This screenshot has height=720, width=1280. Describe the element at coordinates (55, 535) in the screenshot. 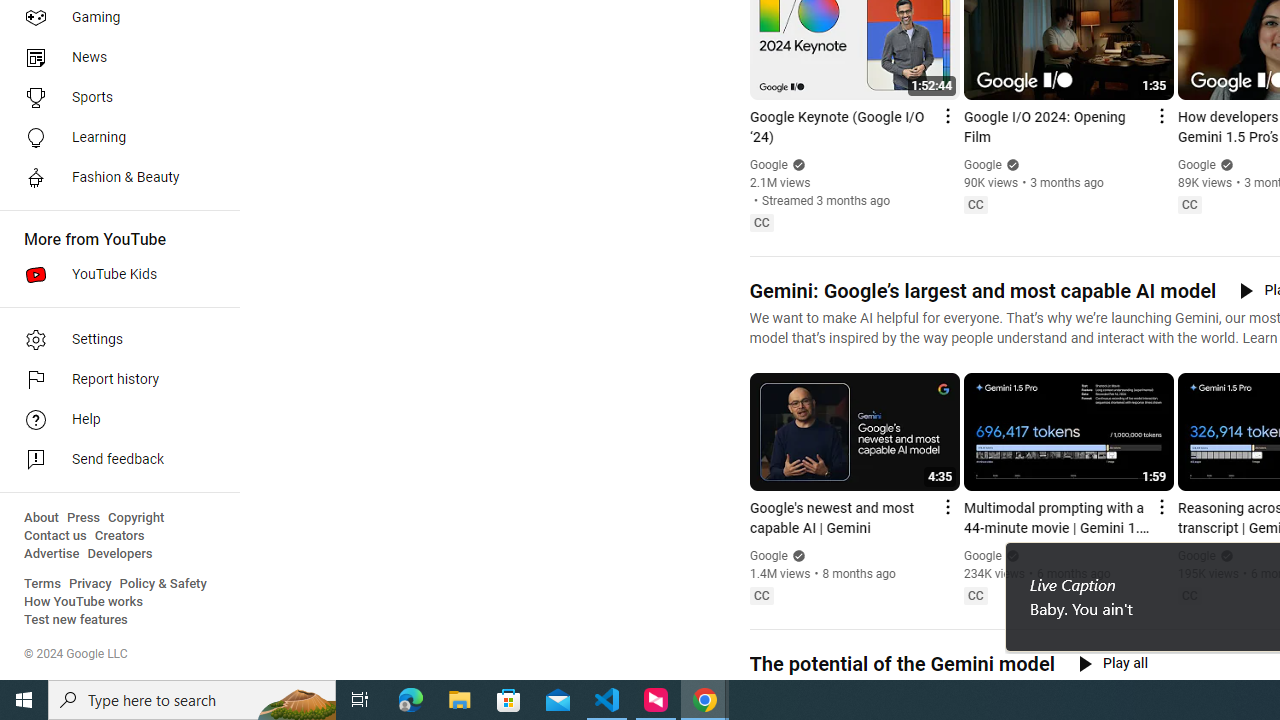

I see `'Contact us'` at that location.